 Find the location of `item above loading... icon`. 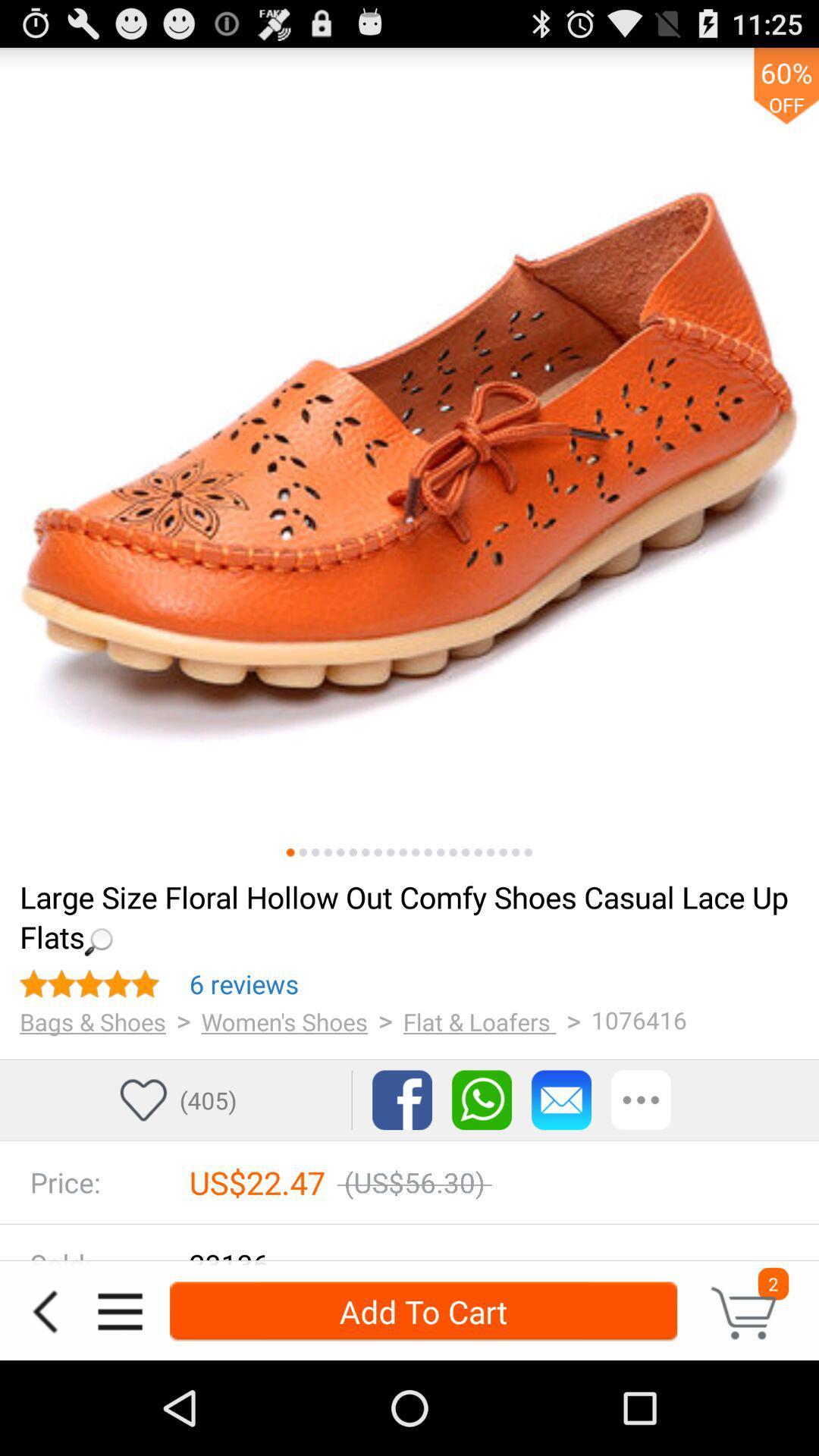

item above loading... icon is located at coordinates (402, 852).